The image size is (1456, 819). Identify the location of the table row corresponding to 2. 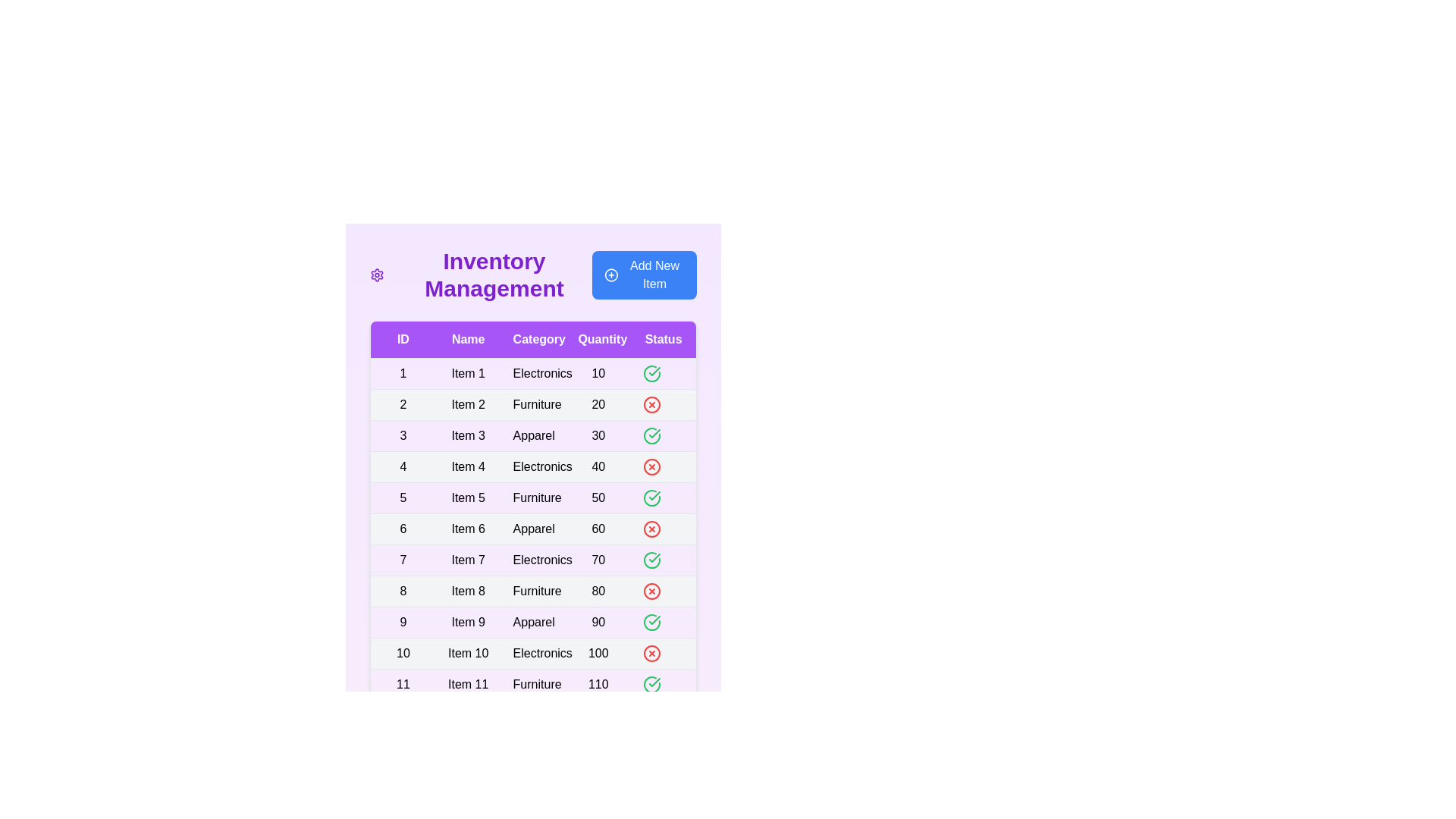
(533, 403).